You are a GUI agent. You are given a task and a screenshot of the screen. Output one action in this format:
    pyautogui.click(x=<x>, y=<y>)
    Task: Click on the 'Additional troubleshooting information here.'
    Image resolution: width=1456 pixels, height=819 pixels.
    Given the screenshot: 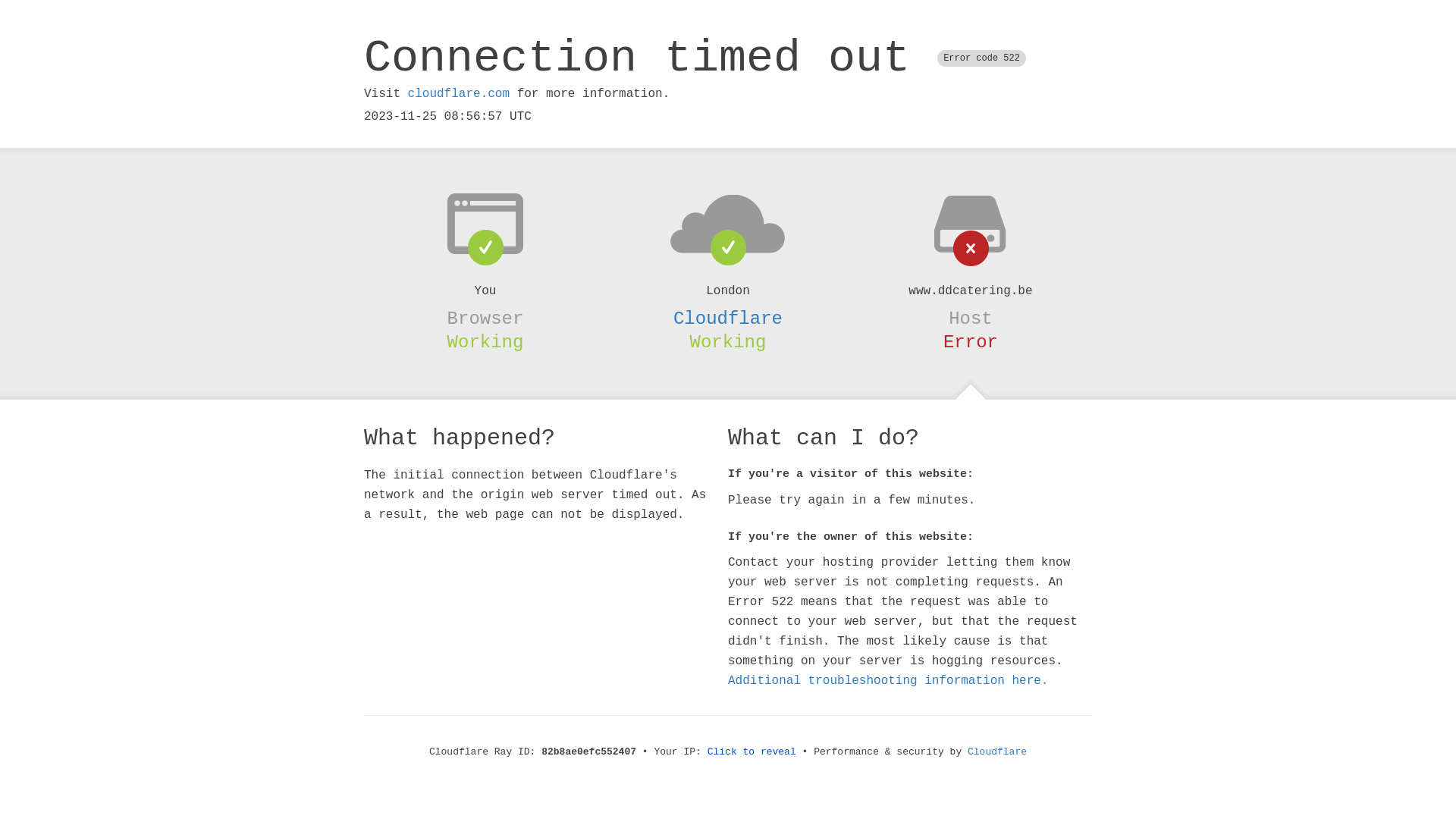 What is the action you would take?
    pyautogui.click(x=888, y=680)
    